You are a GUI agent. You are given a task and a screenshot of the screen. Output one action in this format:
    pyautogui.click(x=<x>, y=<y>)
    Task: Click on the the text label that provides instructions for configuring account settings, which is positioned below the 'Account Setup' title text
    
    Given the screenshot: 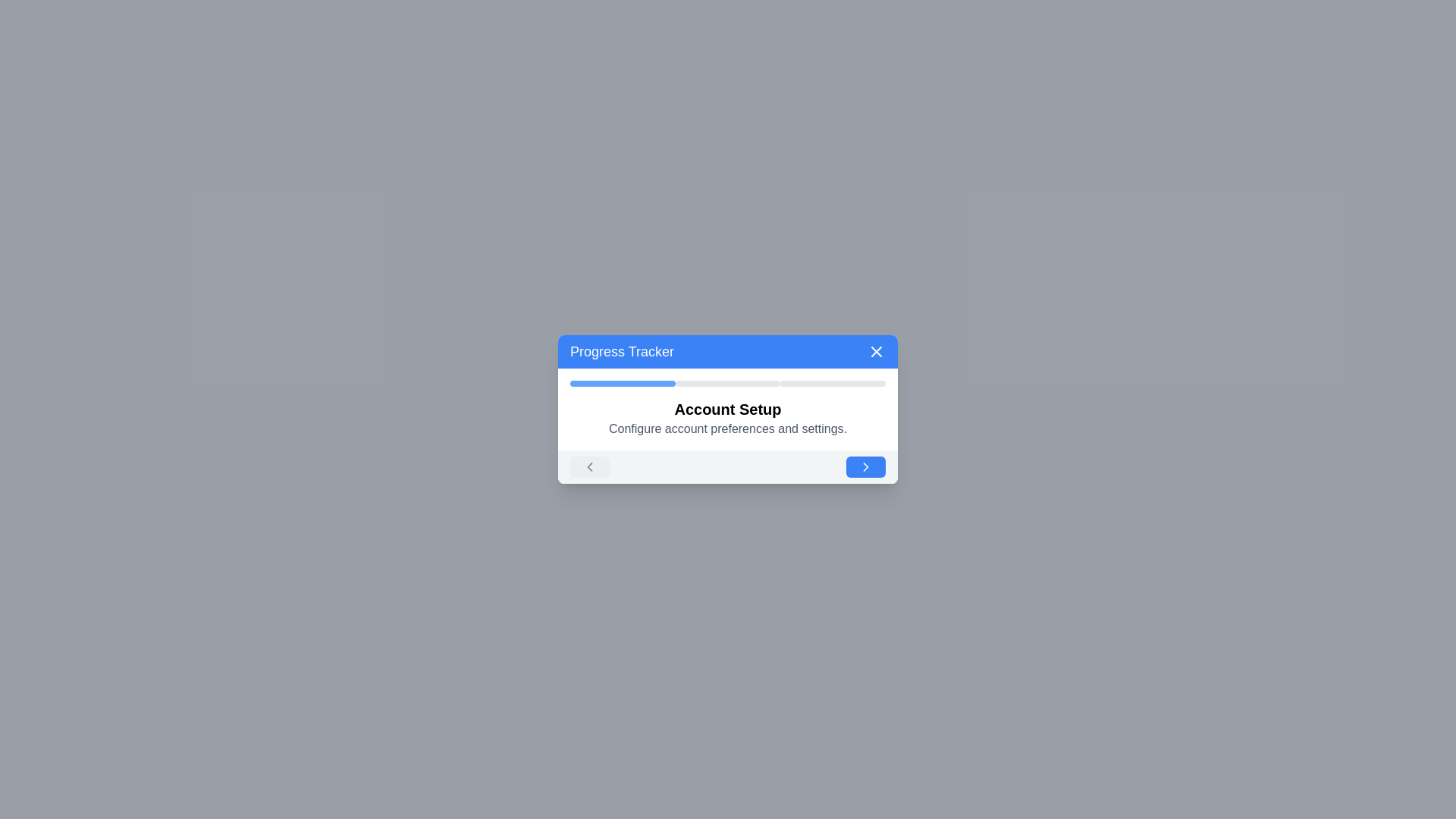 What is the action you would take?
    pyautogui.click(x=728, y=429)
    